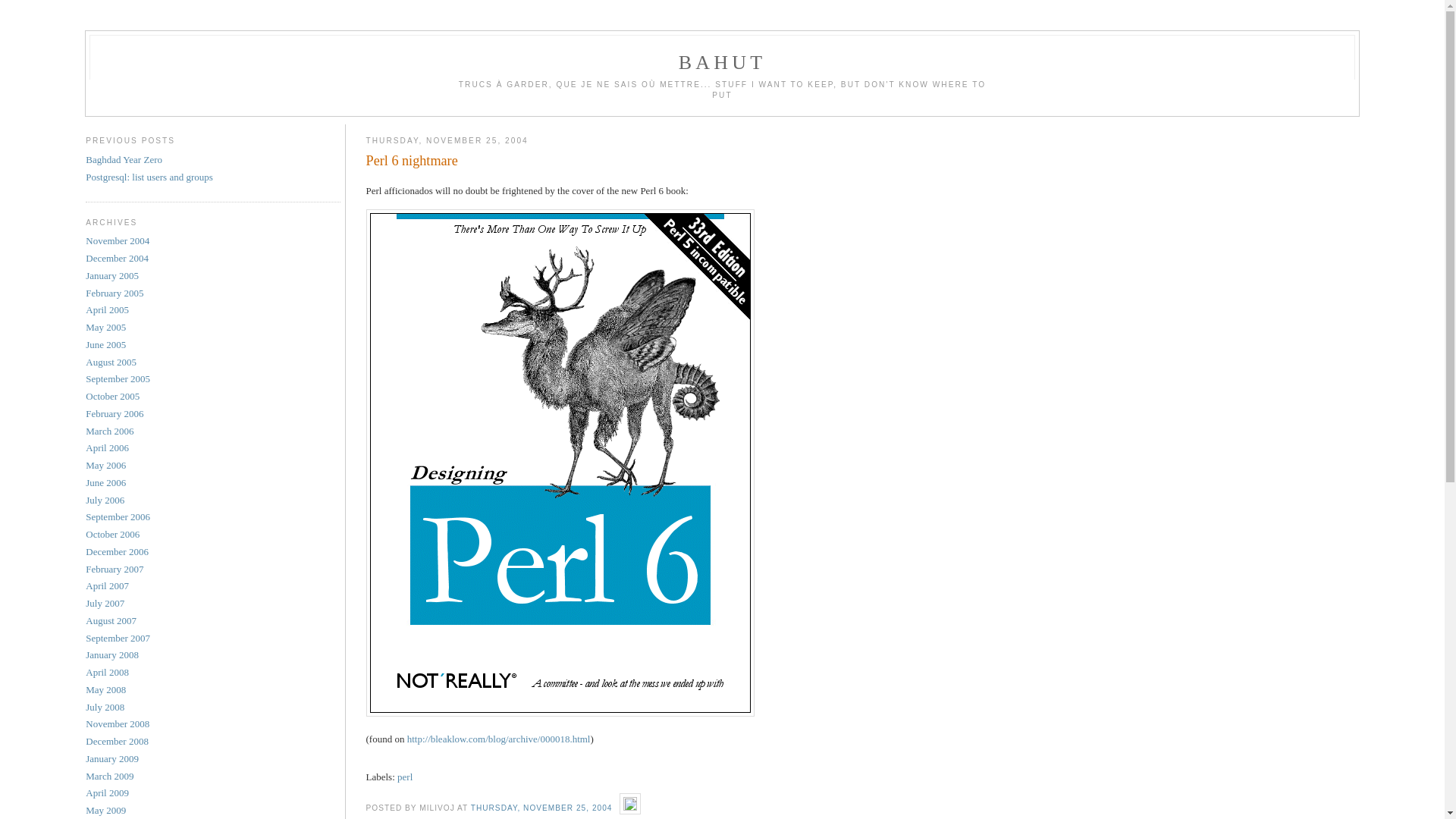 The height and width of the screenshot is (819, 1456). What do you see at coordinates (110, 362) in the screenshot?
I see `'August 2005'` at bounding box center [110, 362].